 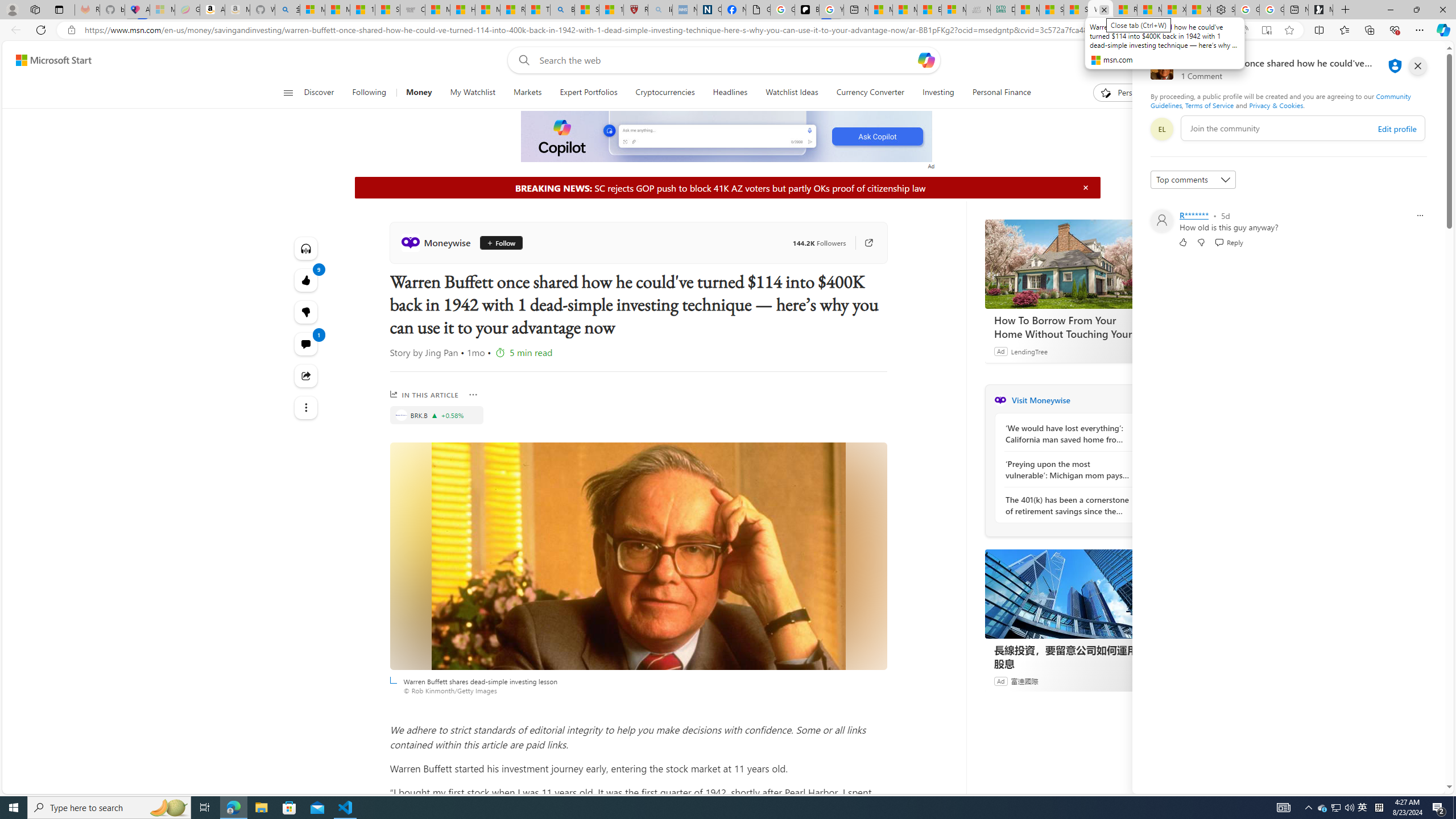 I want to click on 'Go to publisher', so click(x=863, y=242).